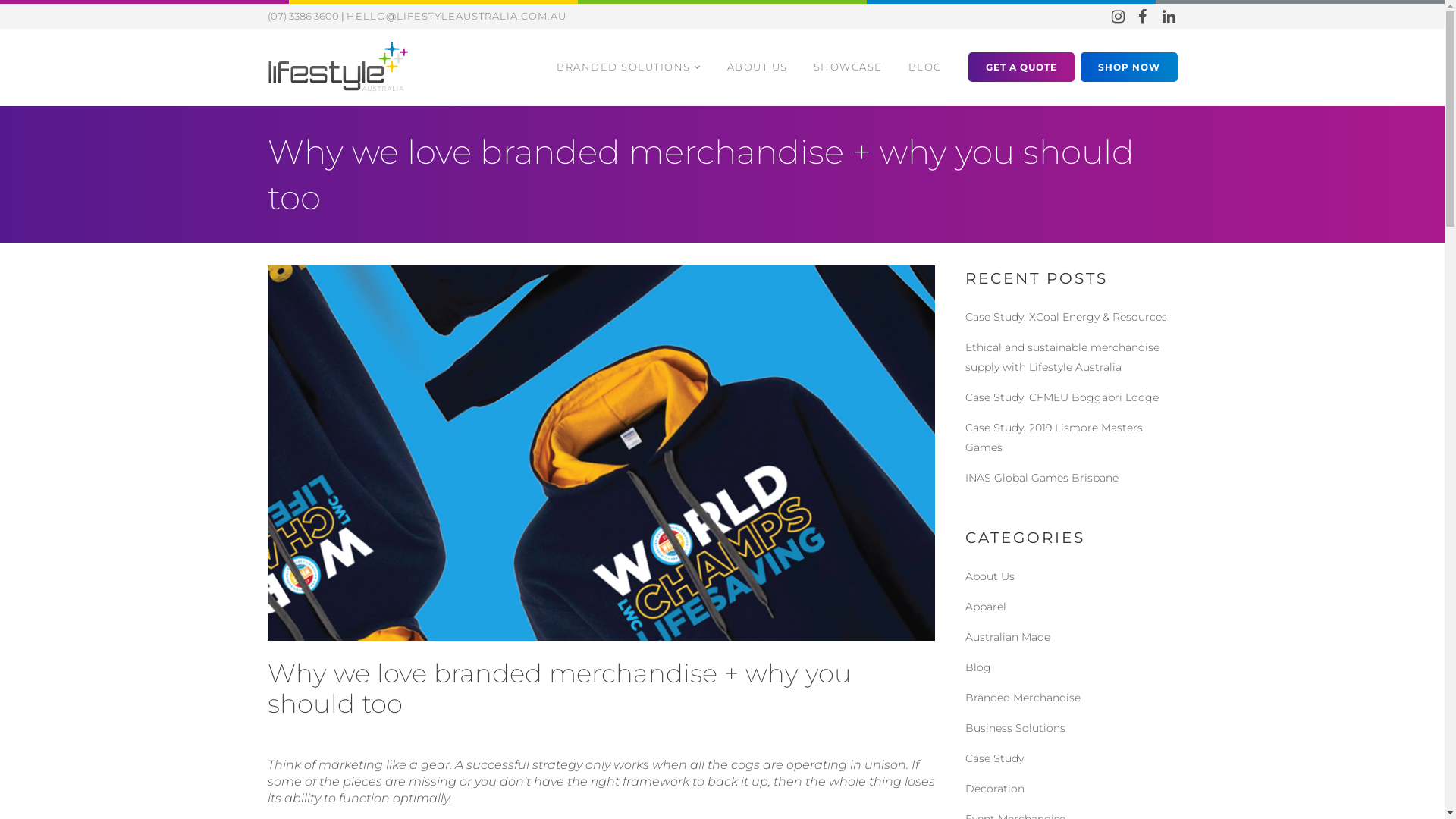  Describe the element at coordinates (1040, 476) in the screenshot. I see `'INAS Global Games Brisbane'` at that location.